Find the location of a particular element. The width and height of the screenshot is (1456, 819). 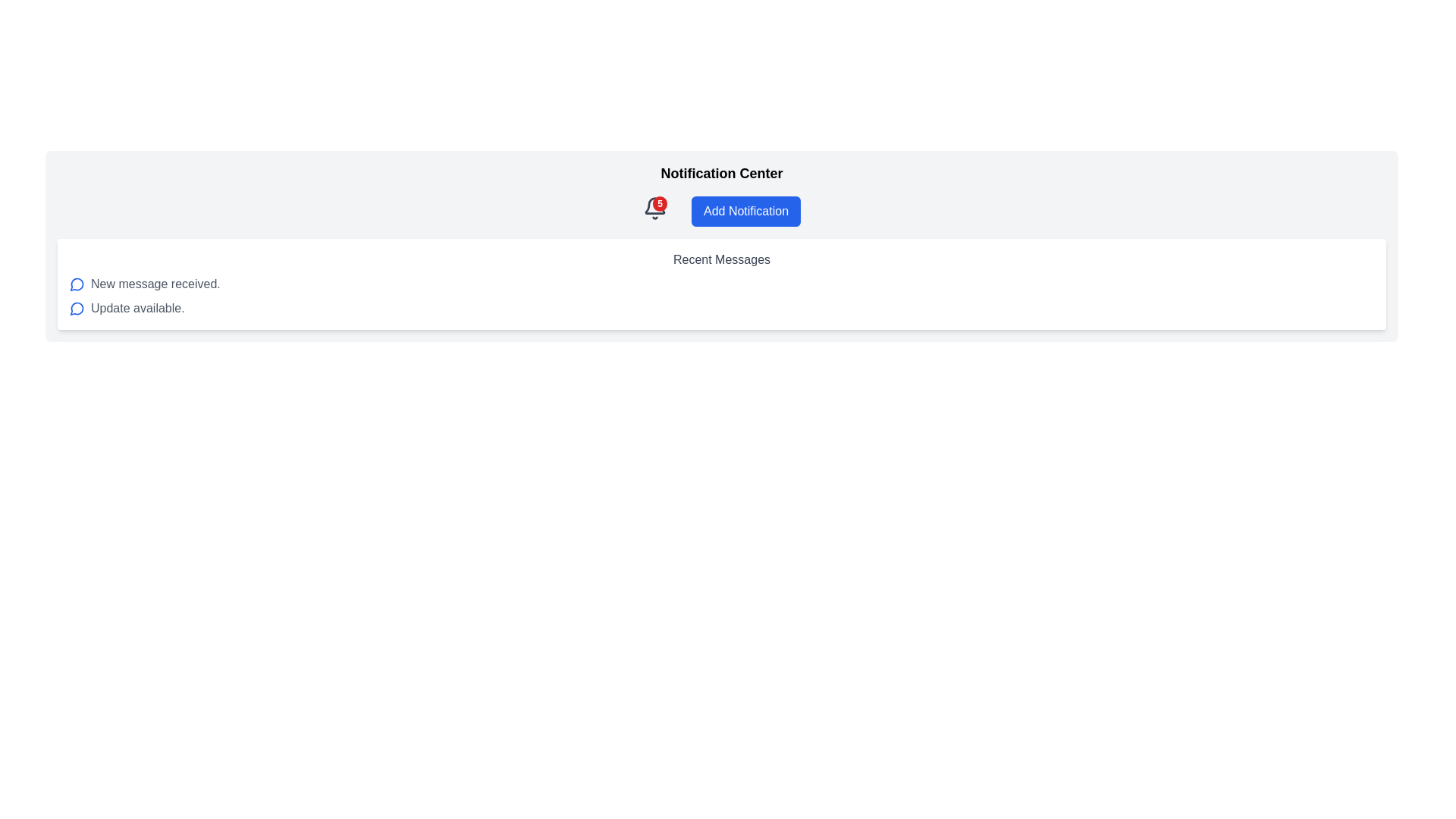

the notification count by clicking on the Notification Badge located over the top-right corner of the bell icon in the Notification Center is located at coordinates (655, 211).